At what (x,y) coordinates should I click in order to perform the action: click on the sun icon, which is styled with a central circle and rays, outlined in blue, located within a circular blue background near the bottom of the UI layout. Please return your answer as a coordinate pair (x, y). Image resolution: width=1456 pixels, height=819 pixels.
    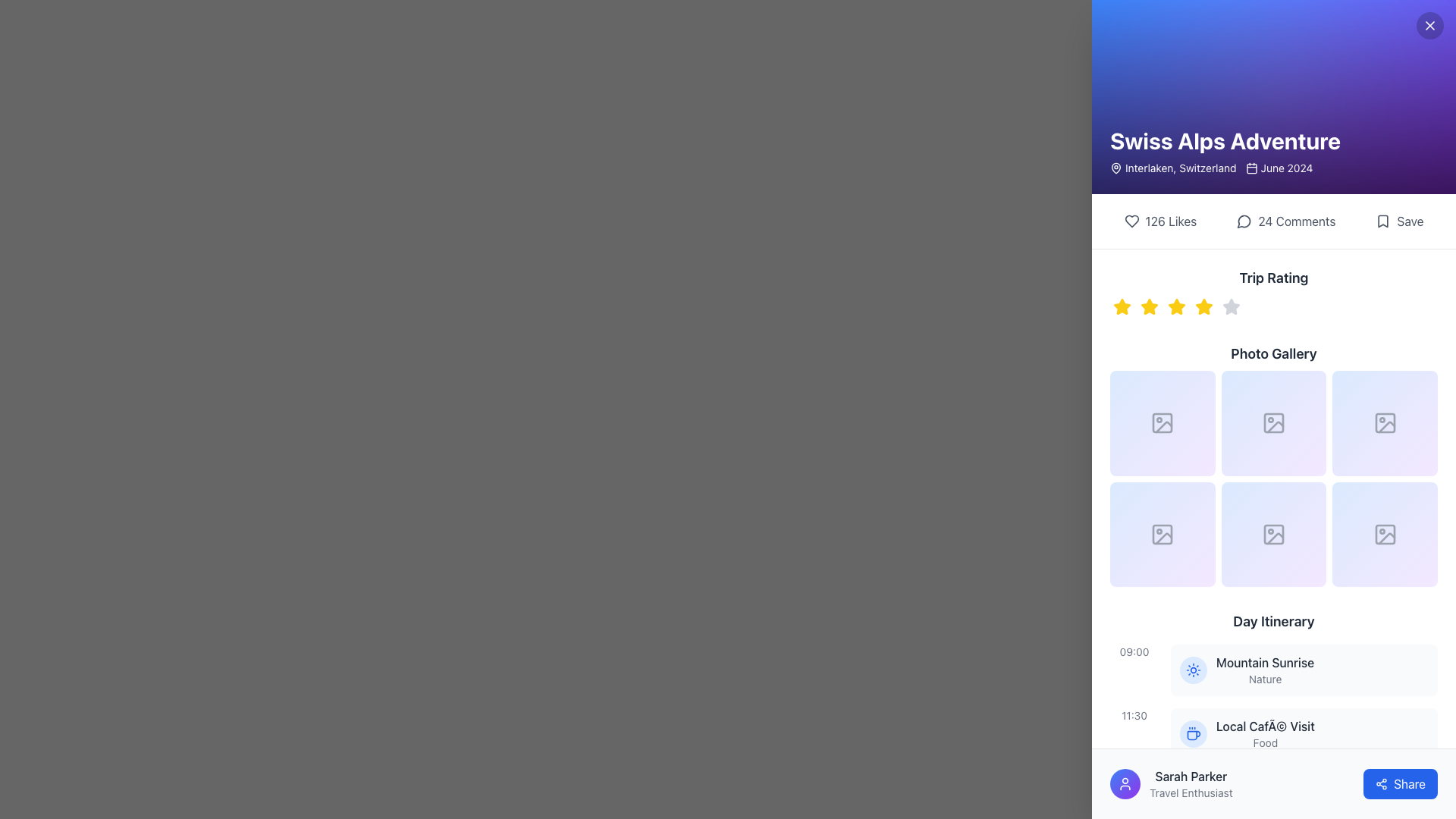
    Looking at the image, I should click on (1193, 669).